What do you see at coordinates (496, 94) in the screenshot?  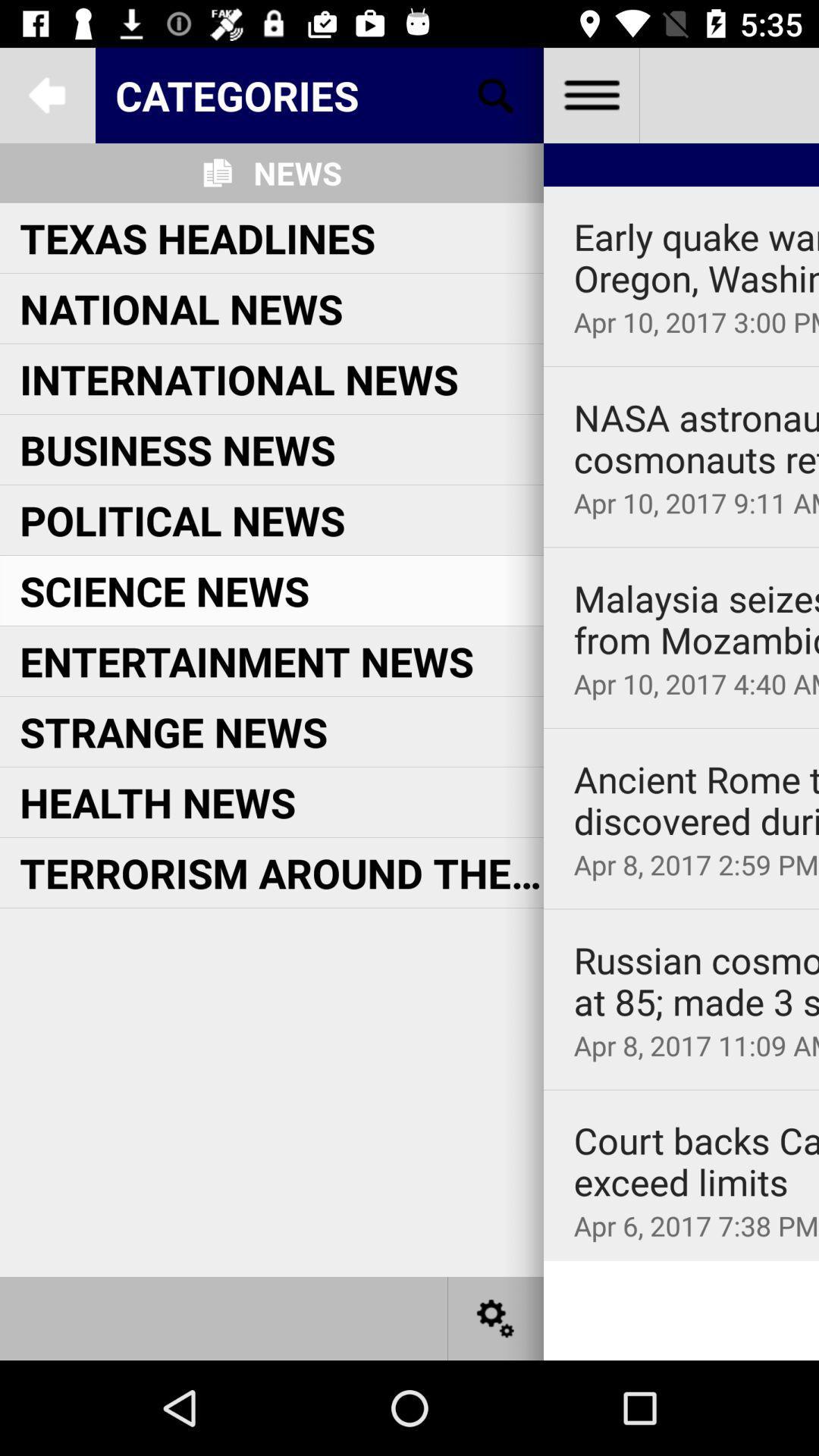 I see `search for categories` at bounding box center [496, 94].